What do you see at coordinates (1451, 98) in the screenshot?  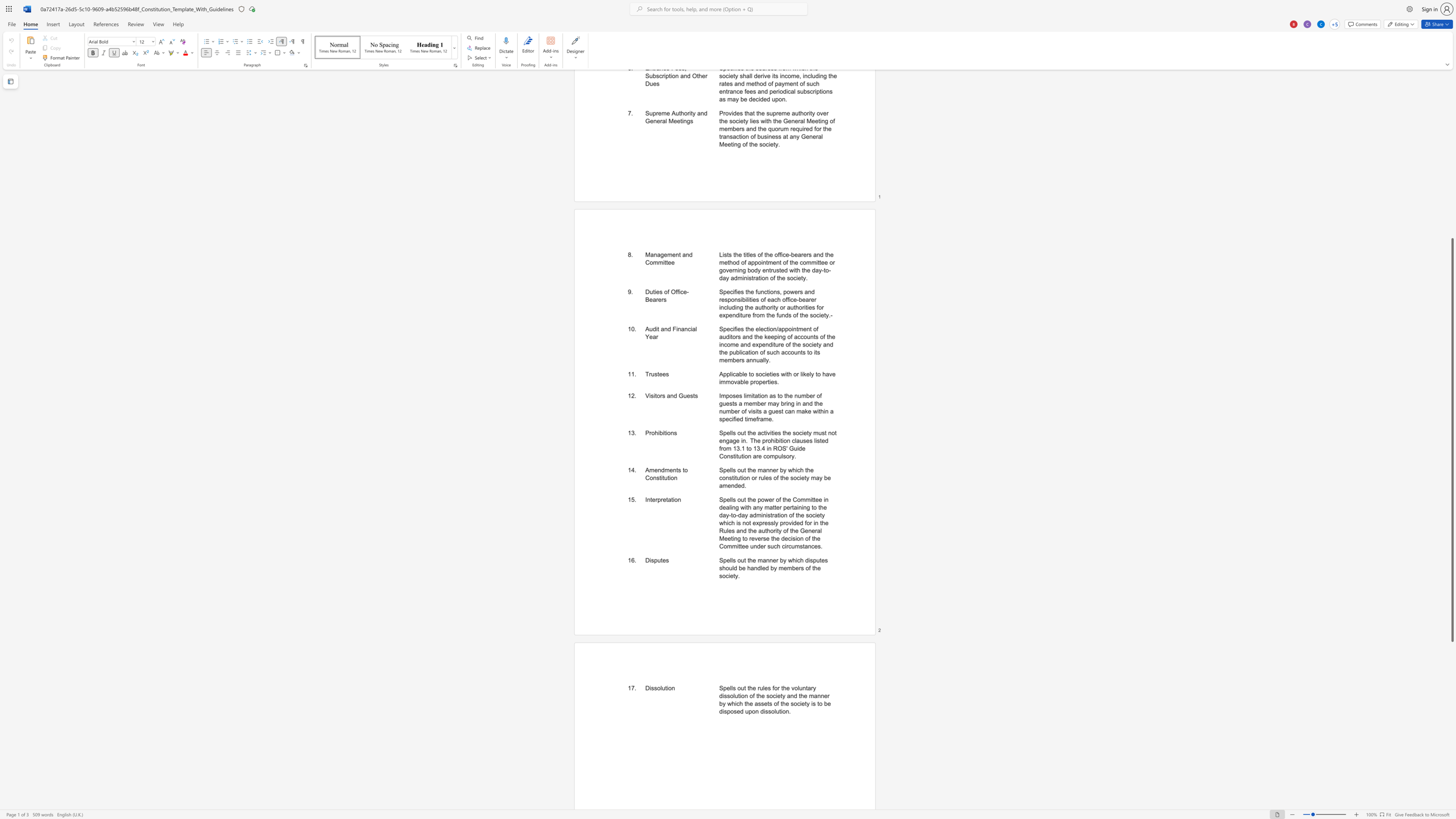 I see `the scrollbar` at bounding box center [1451, 98].